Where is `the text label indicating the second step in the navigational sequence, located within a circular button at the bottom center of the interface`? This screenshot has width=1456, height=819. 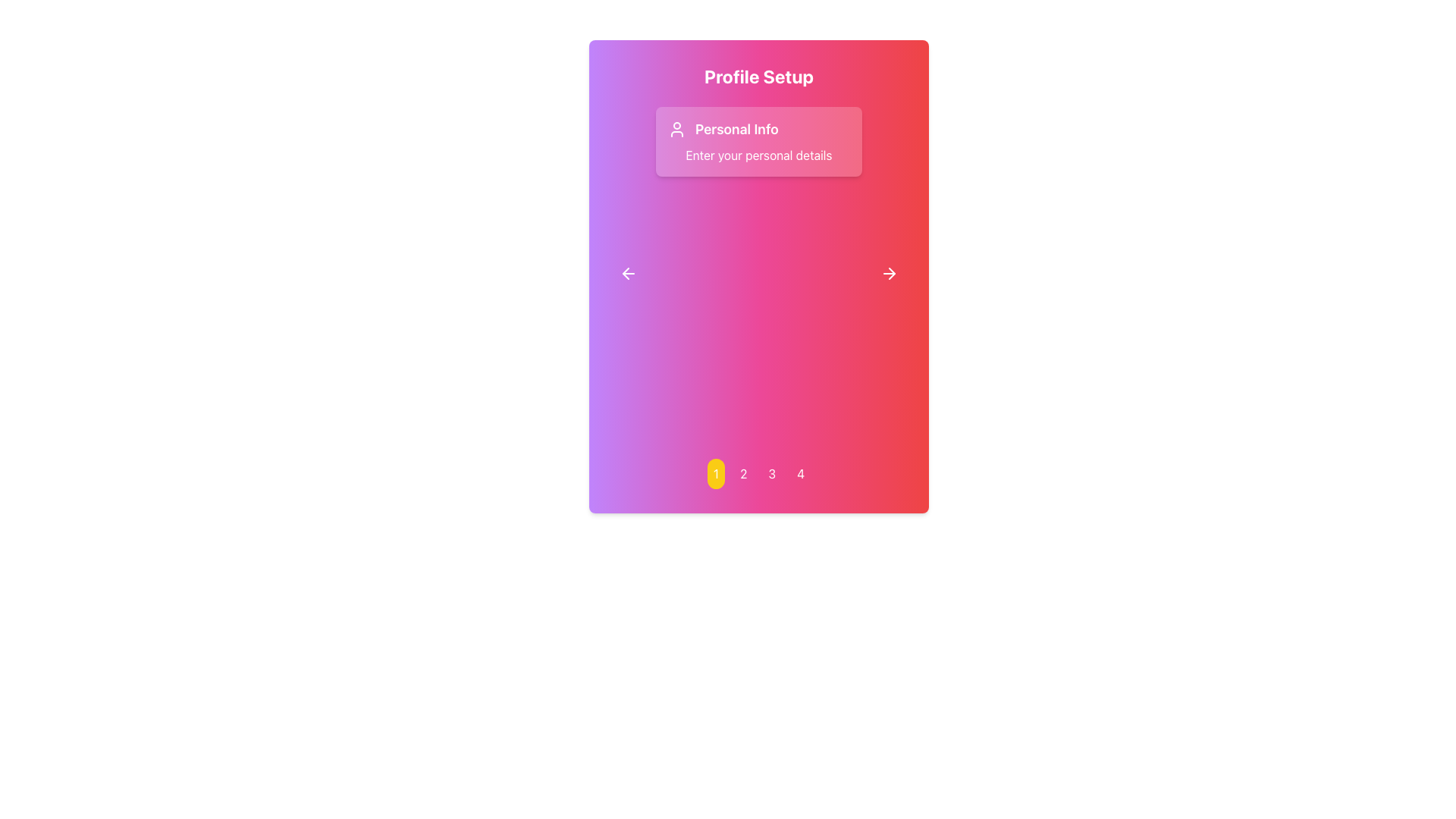 the text label indicating the second step in the navigational sequence, located within a circular button at the bottom center of the interface is located at coordinates (743, 472).